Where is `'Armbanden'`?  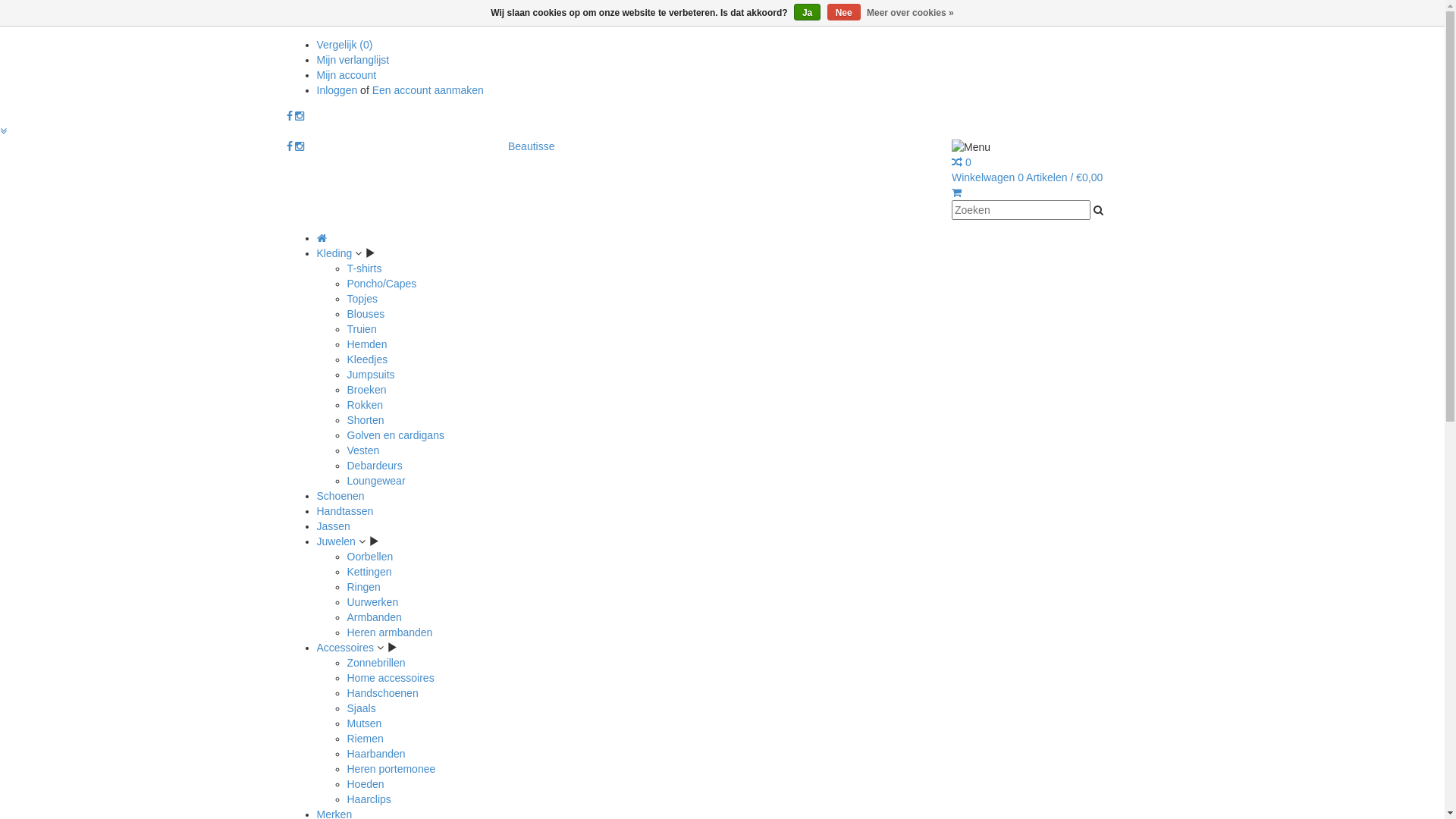 'Armbanden' is located at coordinates (375, 617).